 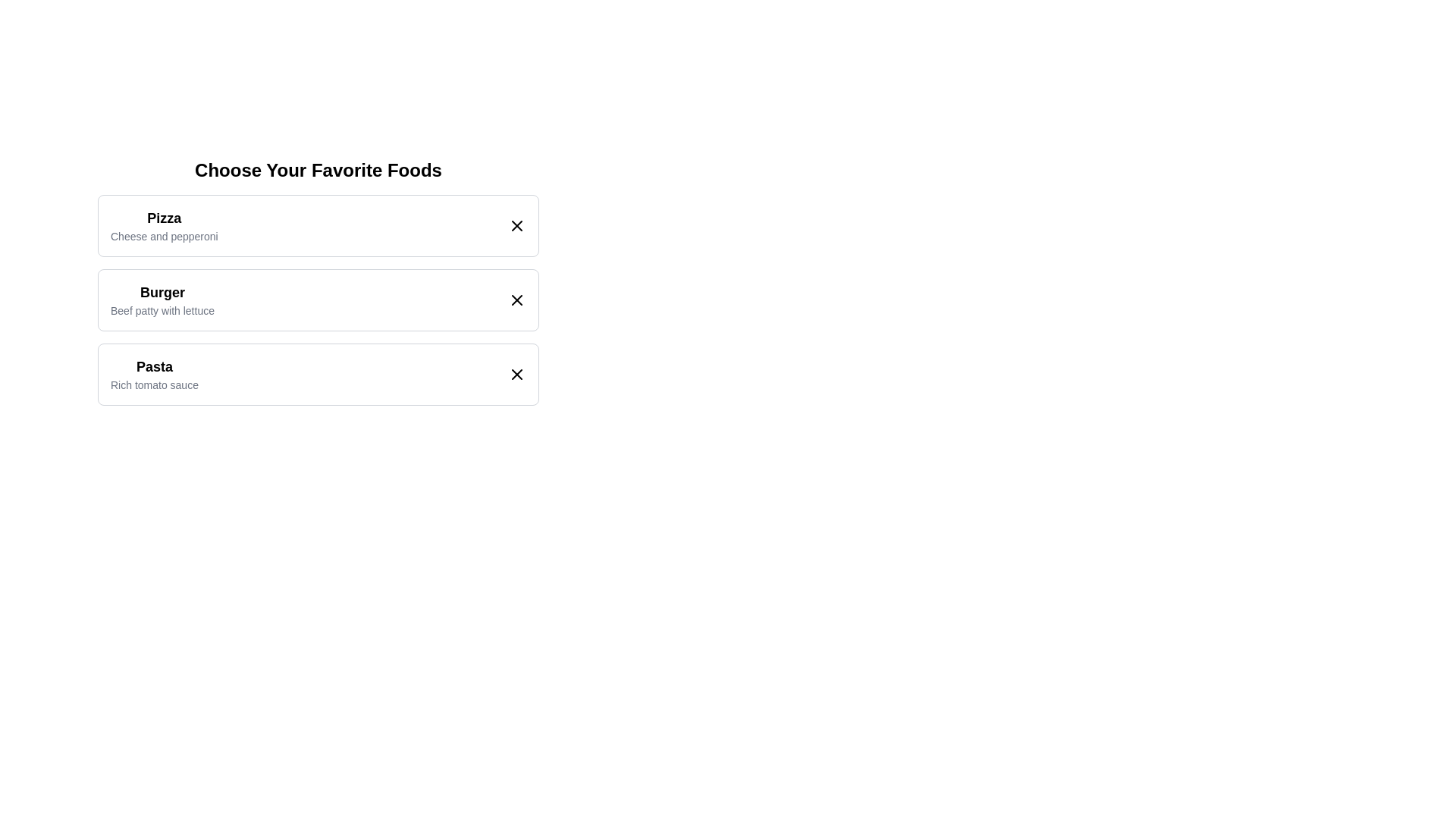 I want to click on the bold text label reading 'Pizza' located at the top left of the white rectangular card, so click(x=164, y=218).